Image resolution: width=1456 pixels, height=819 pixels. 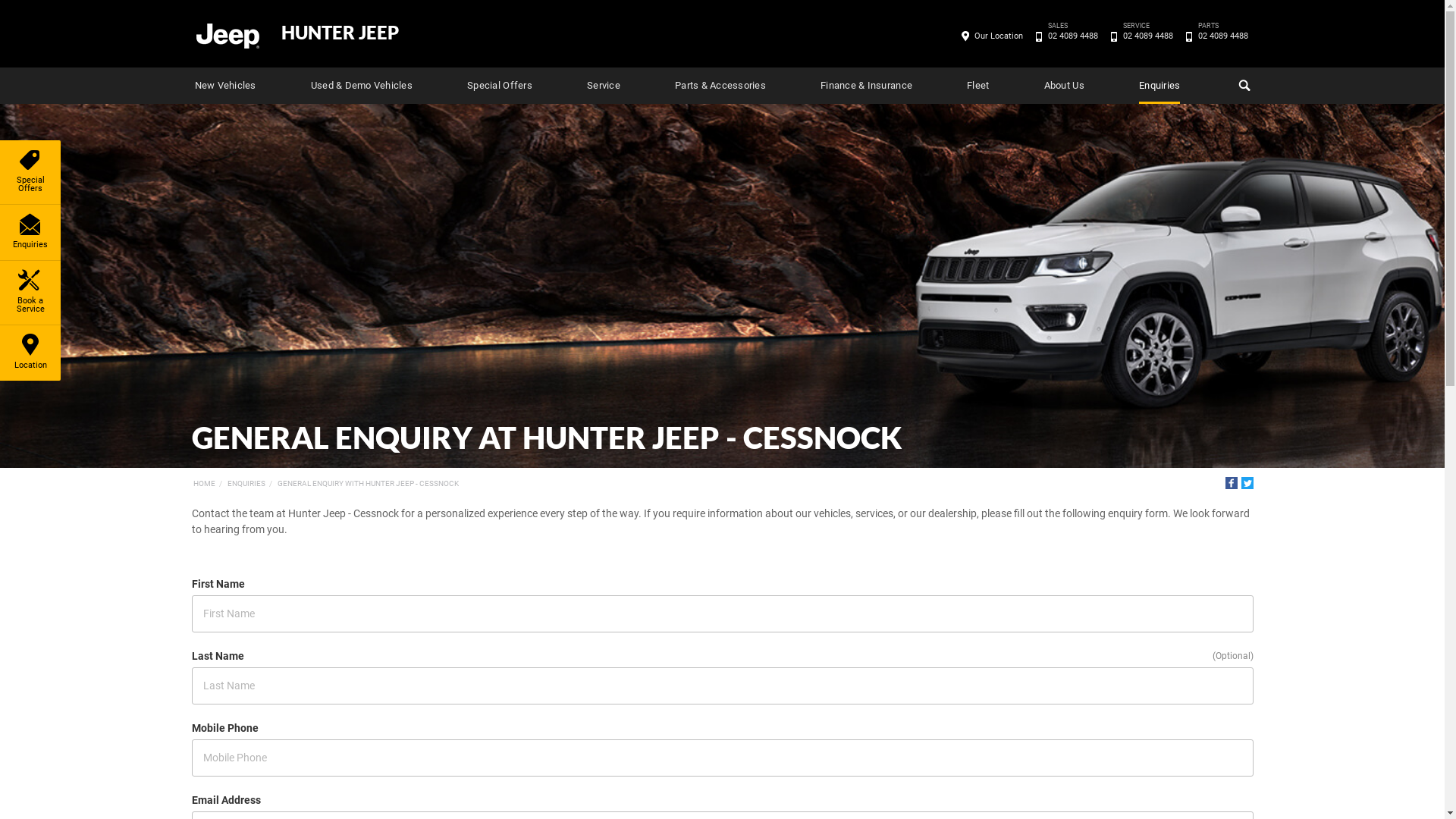 What do you see at coordinates (1159, 85) in the screenshot?
I see `'Enquiries'` at bounding box center [1159, 85].